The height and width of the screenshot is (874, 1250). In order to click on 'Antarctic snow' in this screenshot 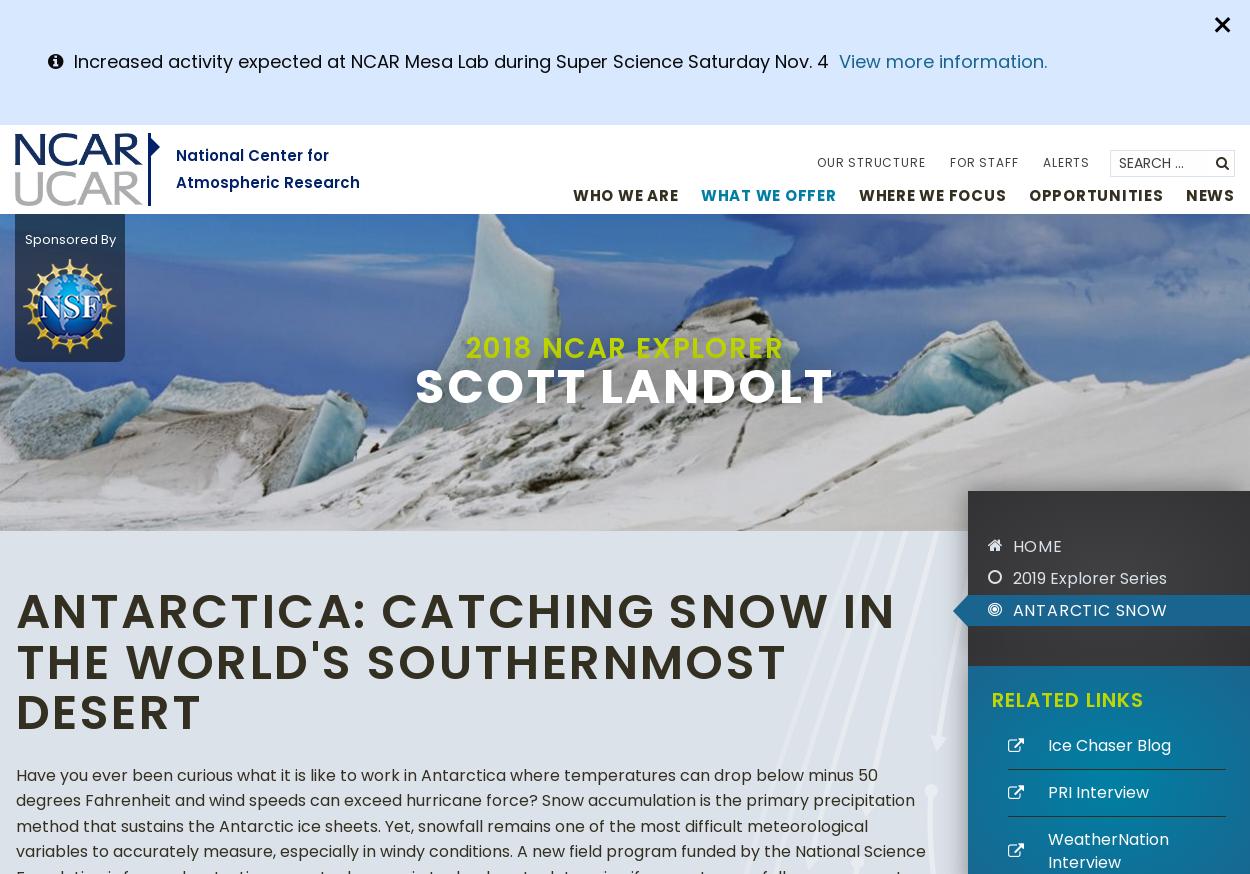, I will do `click(1088, 608)`.